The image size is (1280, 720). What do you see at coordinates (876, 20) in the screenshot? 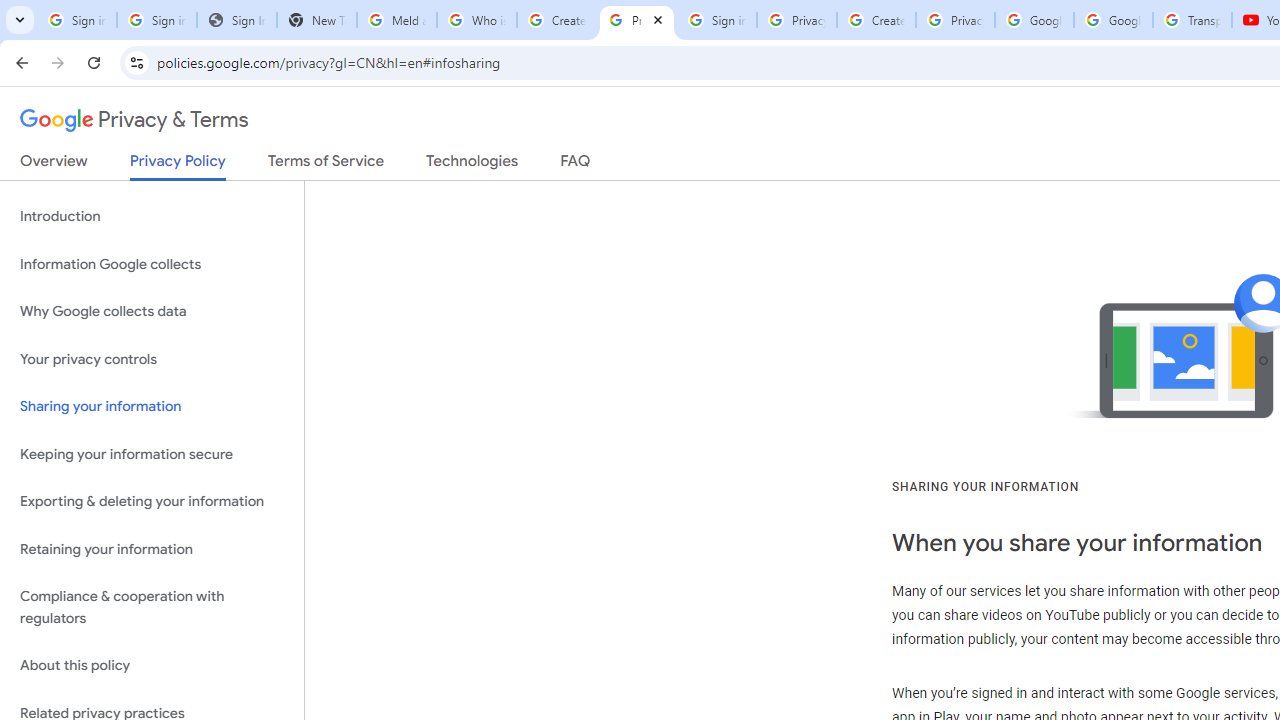
I see `'Create your Google Account'` at bounding box center [876, 20].